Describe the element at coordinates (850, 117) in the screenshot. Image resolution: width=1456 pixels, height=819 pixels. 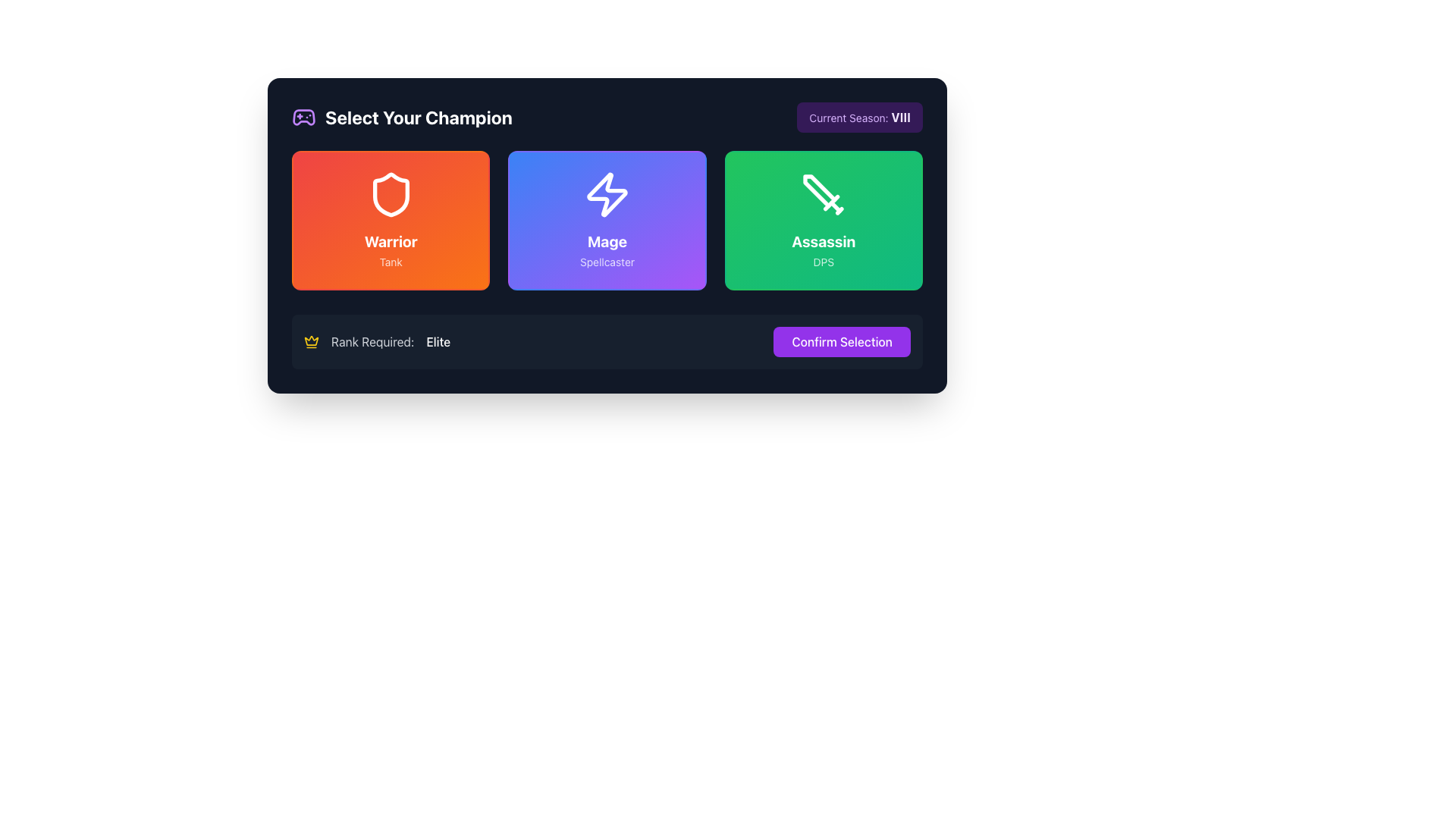
I see `the static text label that describes the current season's value, which is positioned to the left of the element displaying 'VIII' in the upper-right section of the interface` at that location.